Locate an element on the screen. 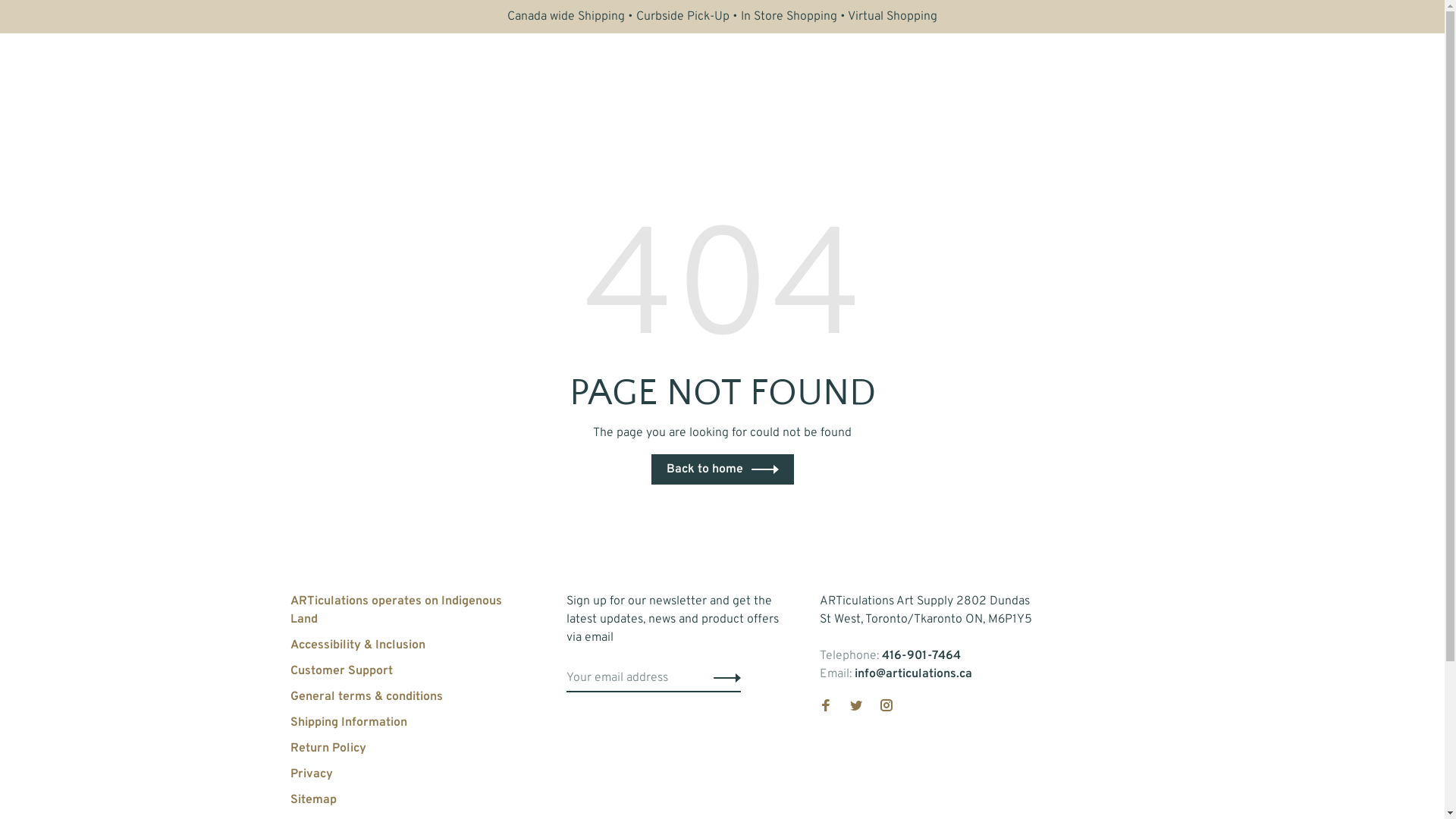 This screenshot has width=1456, height=819. 'Subscribe' is located at coordinates (722, 677).